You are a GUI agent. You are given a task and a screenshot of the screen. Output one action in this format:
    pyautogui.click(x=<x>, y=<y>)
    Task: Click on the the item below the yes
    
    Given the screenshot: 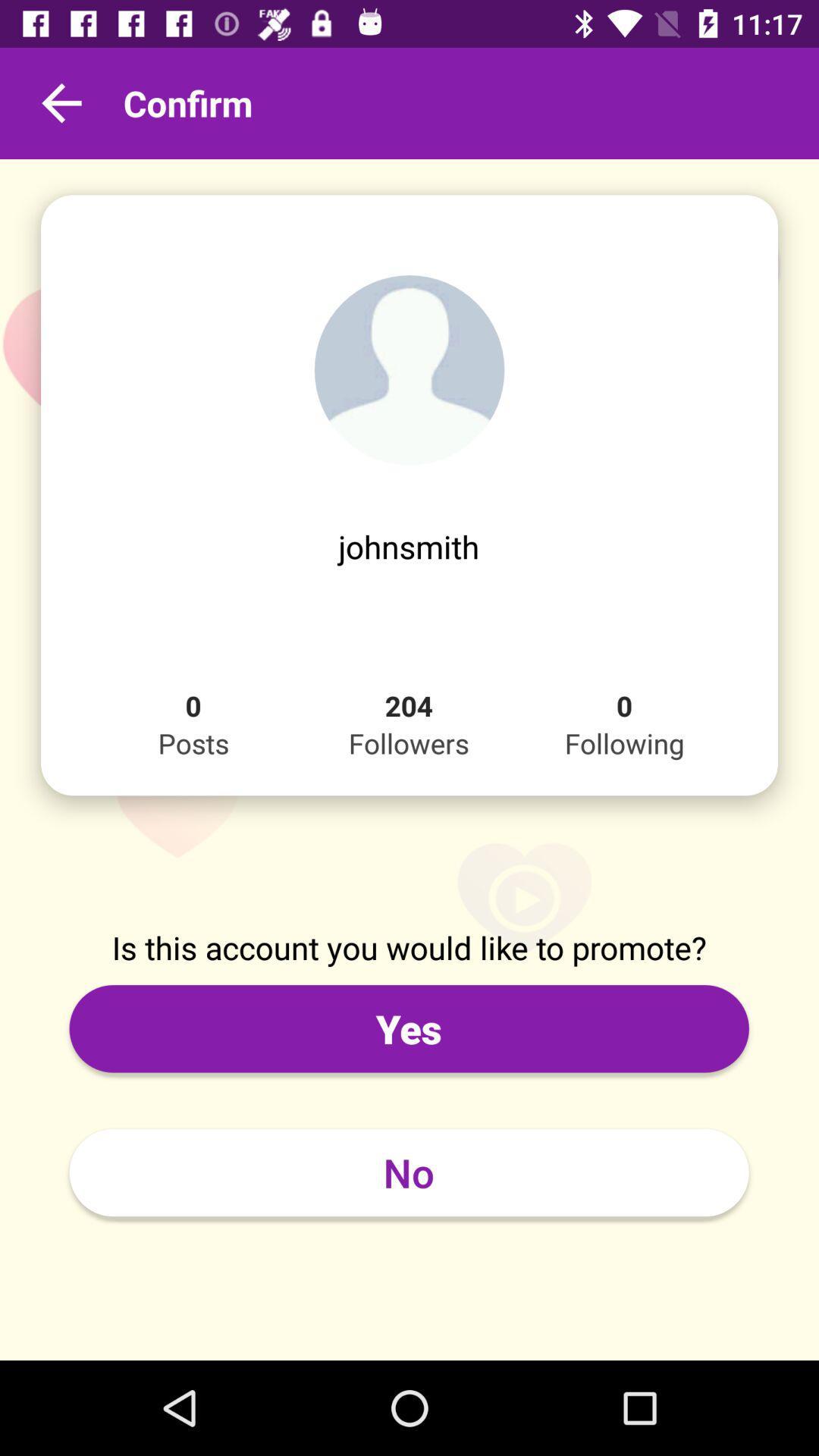 What is the action you would take?
    pyautogui.click(x=408, y=1172)
    